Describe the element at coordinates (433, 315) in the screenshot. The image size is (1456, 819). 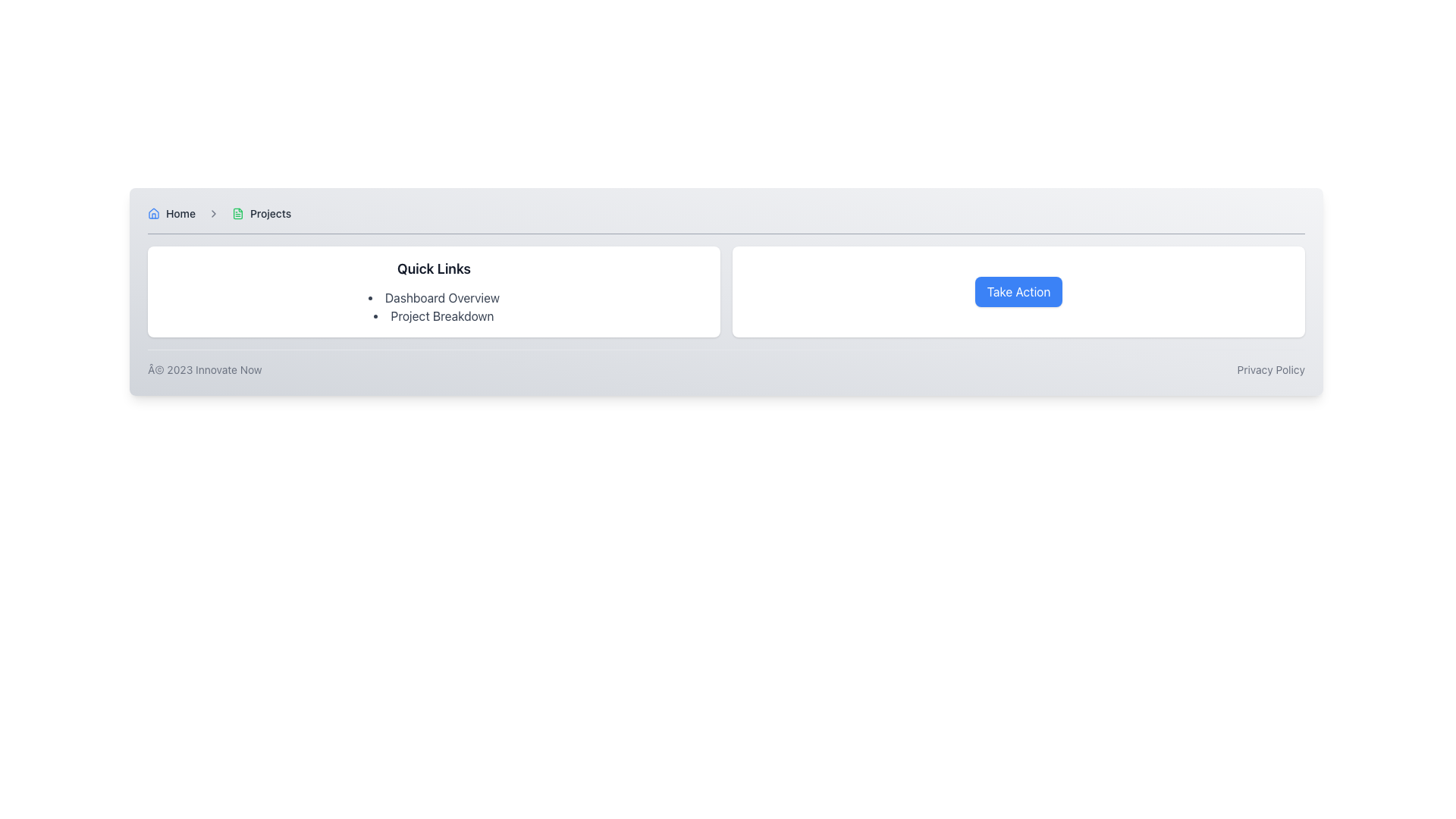
I see `the second textual link under the 'Quick Links' header` at that location.